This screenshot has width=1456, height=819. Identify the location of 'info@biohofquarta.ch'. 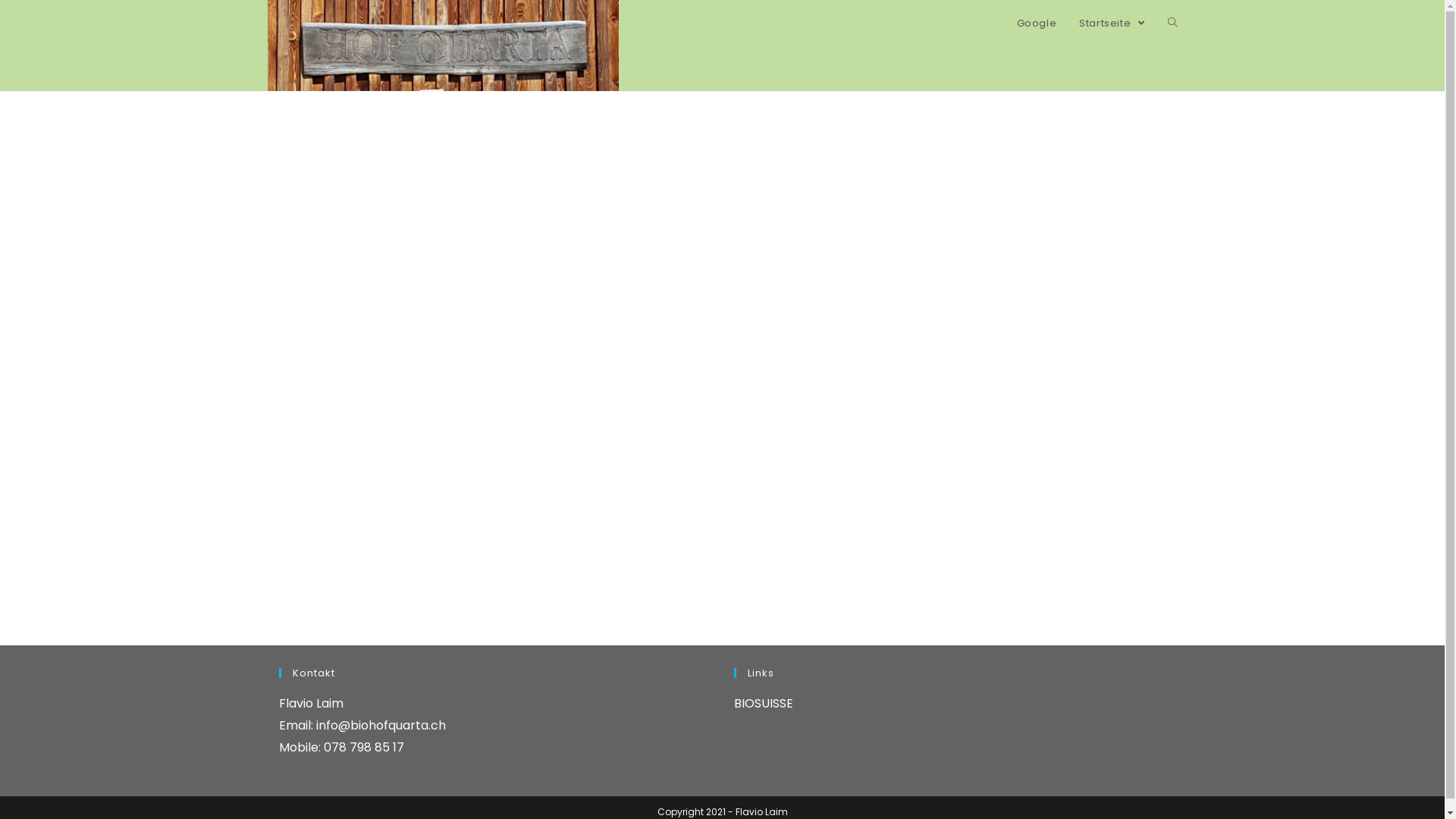
(380, 724).